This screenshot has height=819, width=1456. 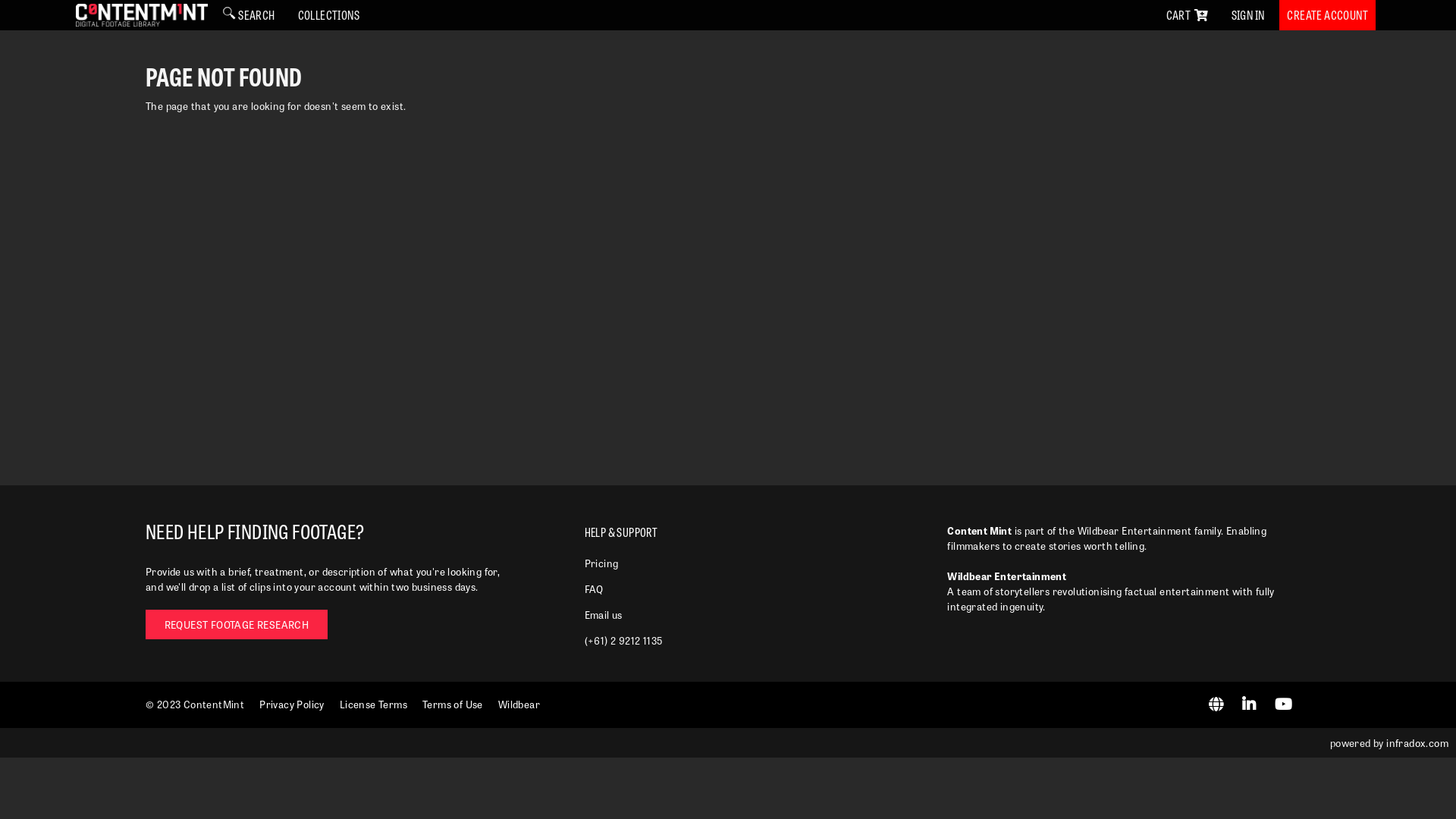 I want to click on 'Wildbear', so click(x=519, y=704).